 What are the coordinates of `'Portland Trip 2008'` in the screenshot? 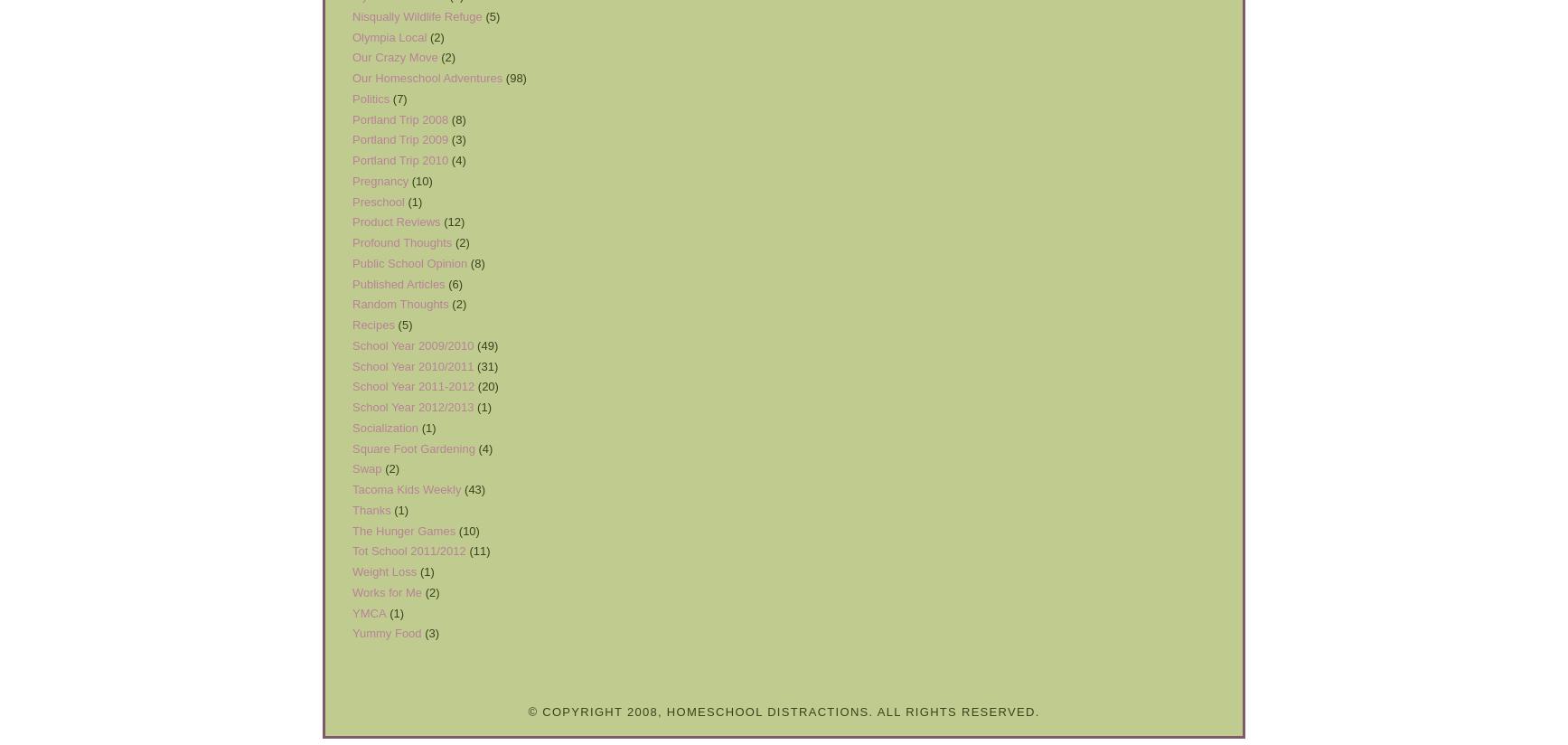 It's located at (352, 118).